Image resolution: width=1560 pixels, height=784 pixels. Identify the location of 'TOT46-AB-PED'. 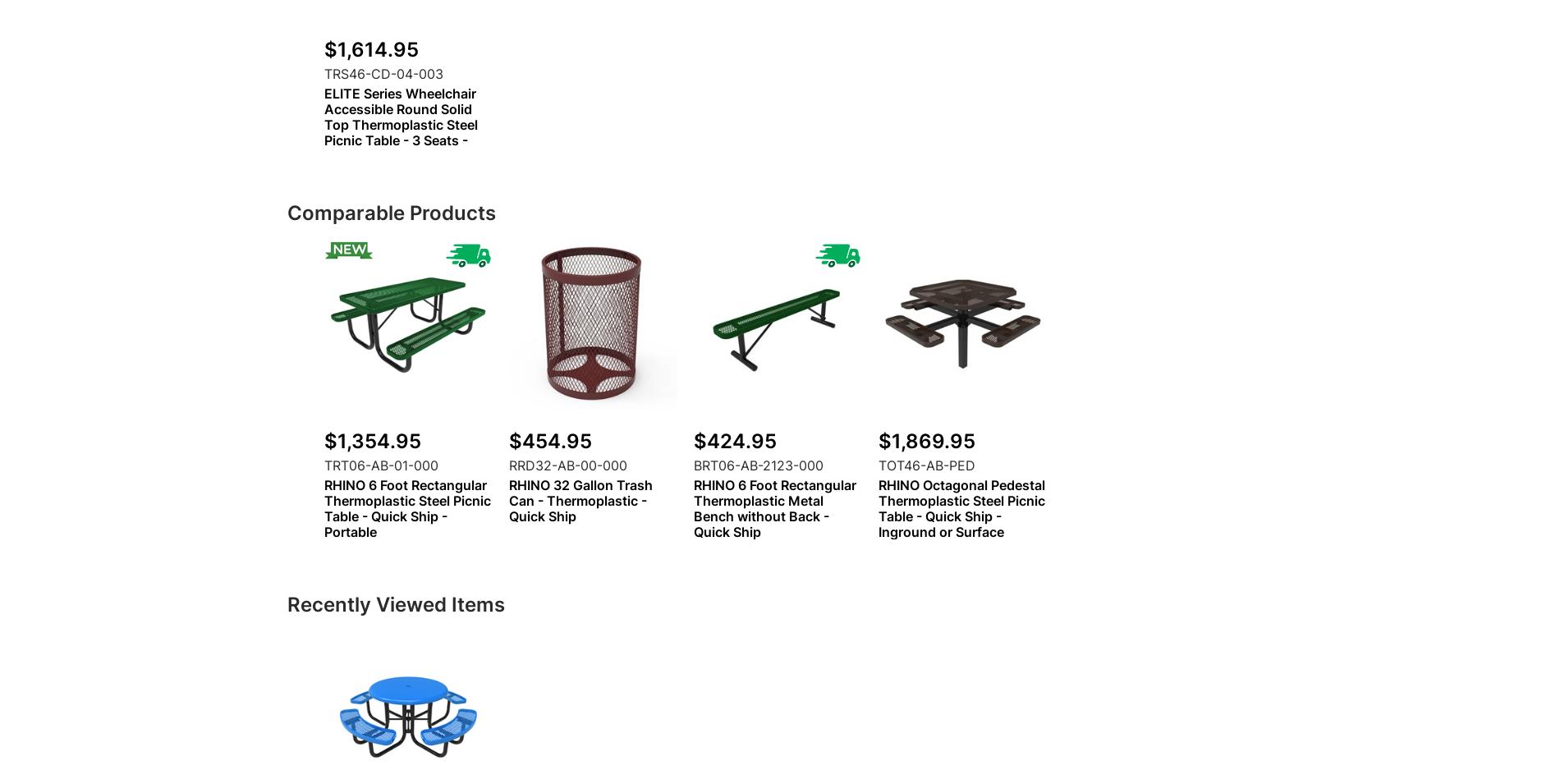
(926, 465).